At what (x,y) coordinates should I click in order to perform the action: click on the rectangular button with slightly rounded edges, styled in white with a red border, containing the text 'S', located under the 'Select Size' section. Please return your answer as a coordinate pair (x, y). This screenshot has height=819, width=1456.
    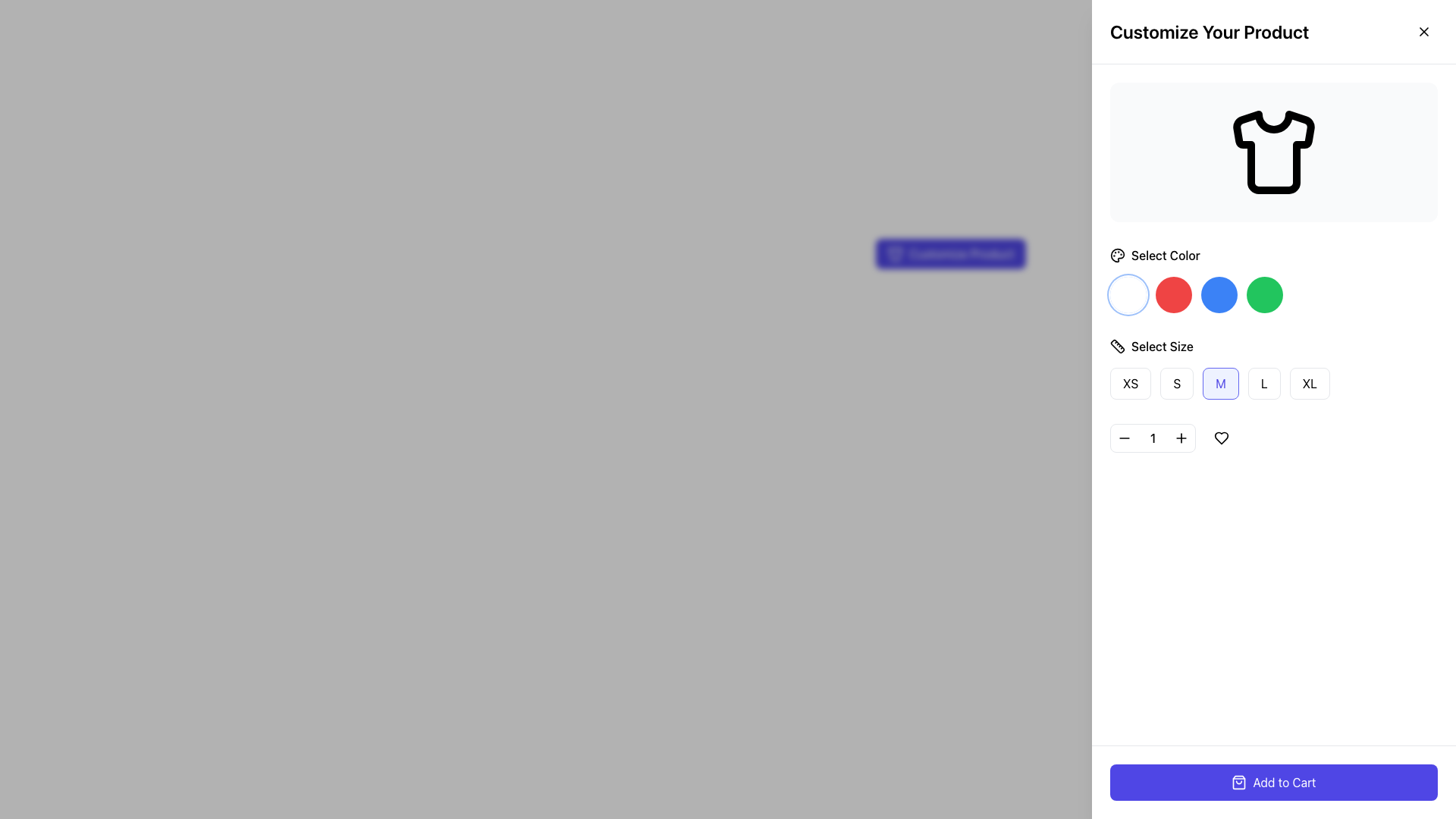
    Looking at the image, I should click on (1176, 382).